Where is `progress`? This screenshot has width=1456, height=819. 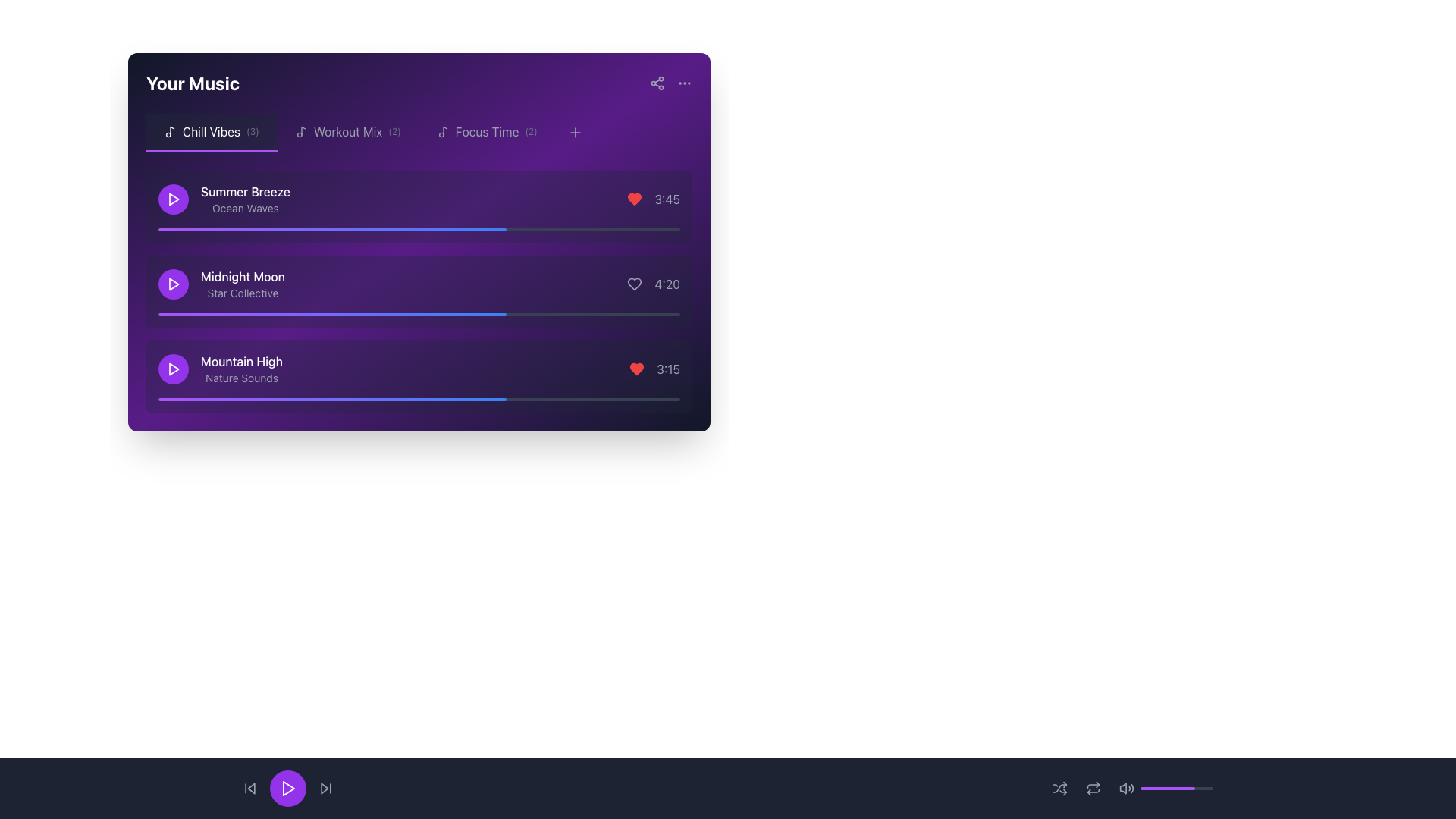 progress is located at coordinates (529, 230).